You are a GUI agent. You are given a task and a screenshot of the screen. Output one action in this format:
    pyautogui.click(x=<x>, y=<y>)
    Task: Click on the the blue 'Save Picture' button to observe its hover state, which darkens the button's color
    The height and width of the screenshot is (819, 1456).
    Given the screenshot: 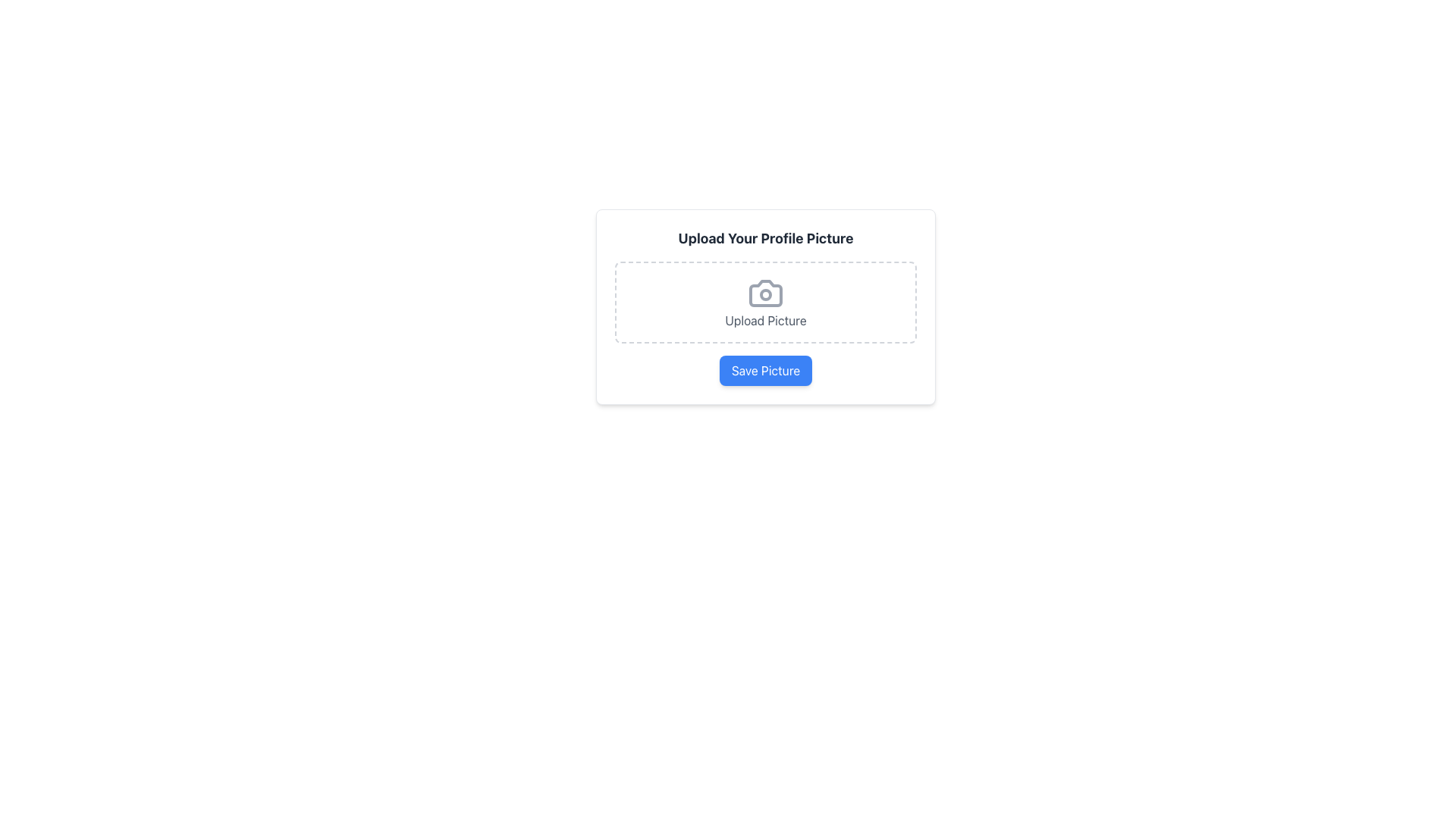 What is the action you would take?
    pyautogui.click(x=765, y=371)
    